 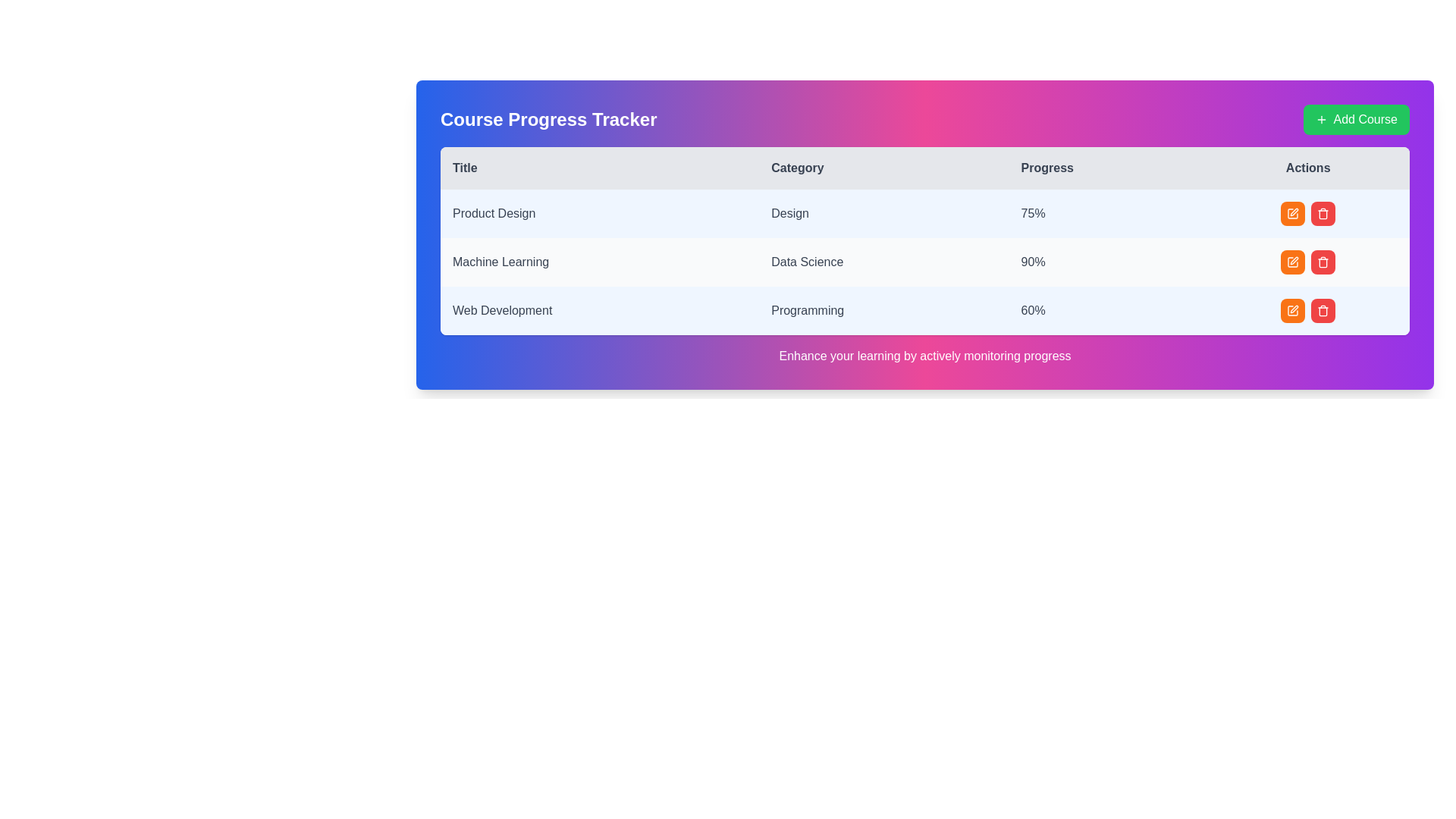 What do you see at coordinates (1323, 309) in the screenshot?
I see `the delete icon button in the 'Actions' column of the table row for the 'Web Development' course` at bounding box center [1323, 309].